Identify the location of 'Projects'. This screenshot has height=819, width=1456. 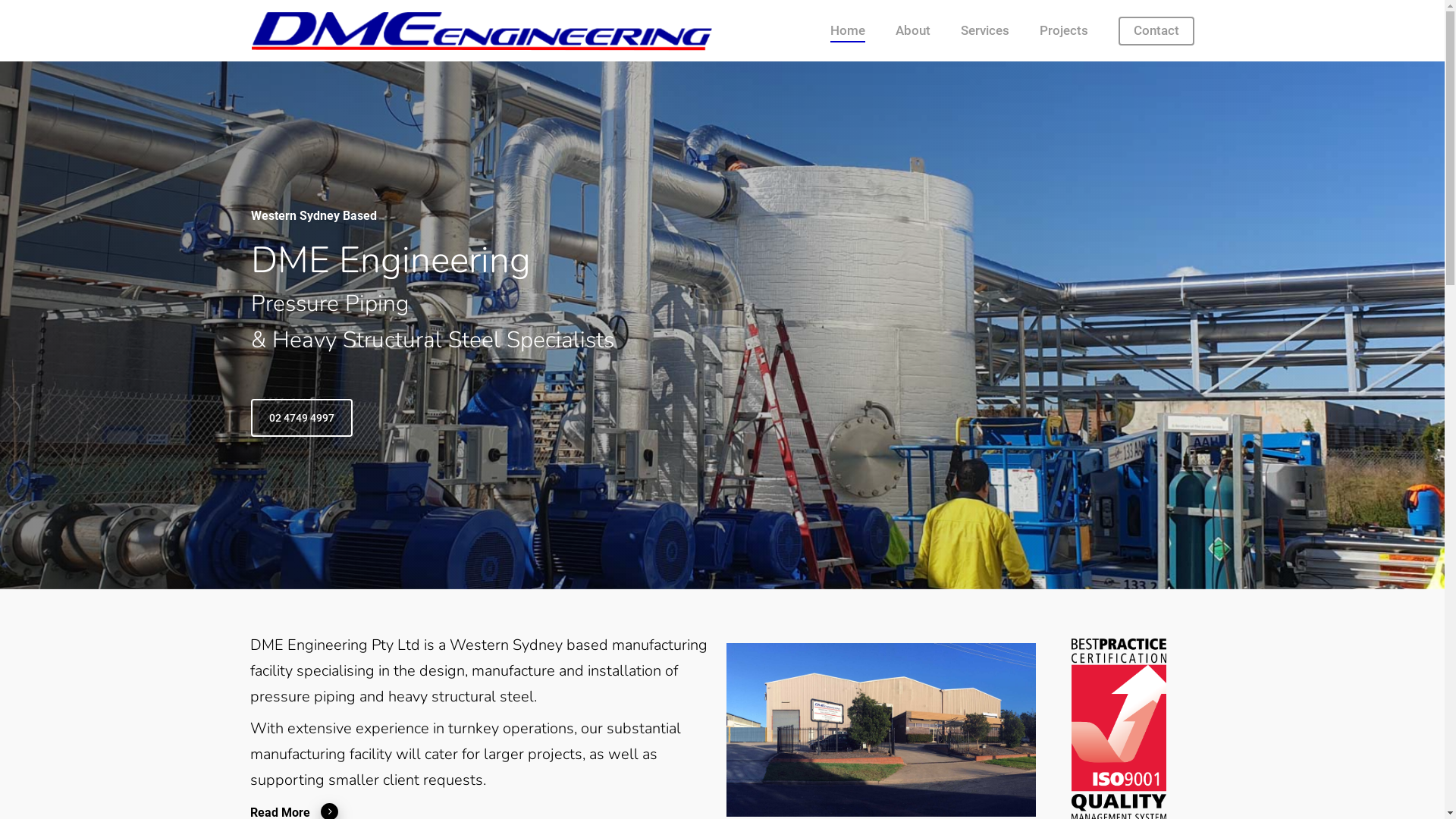
(1039, 30).